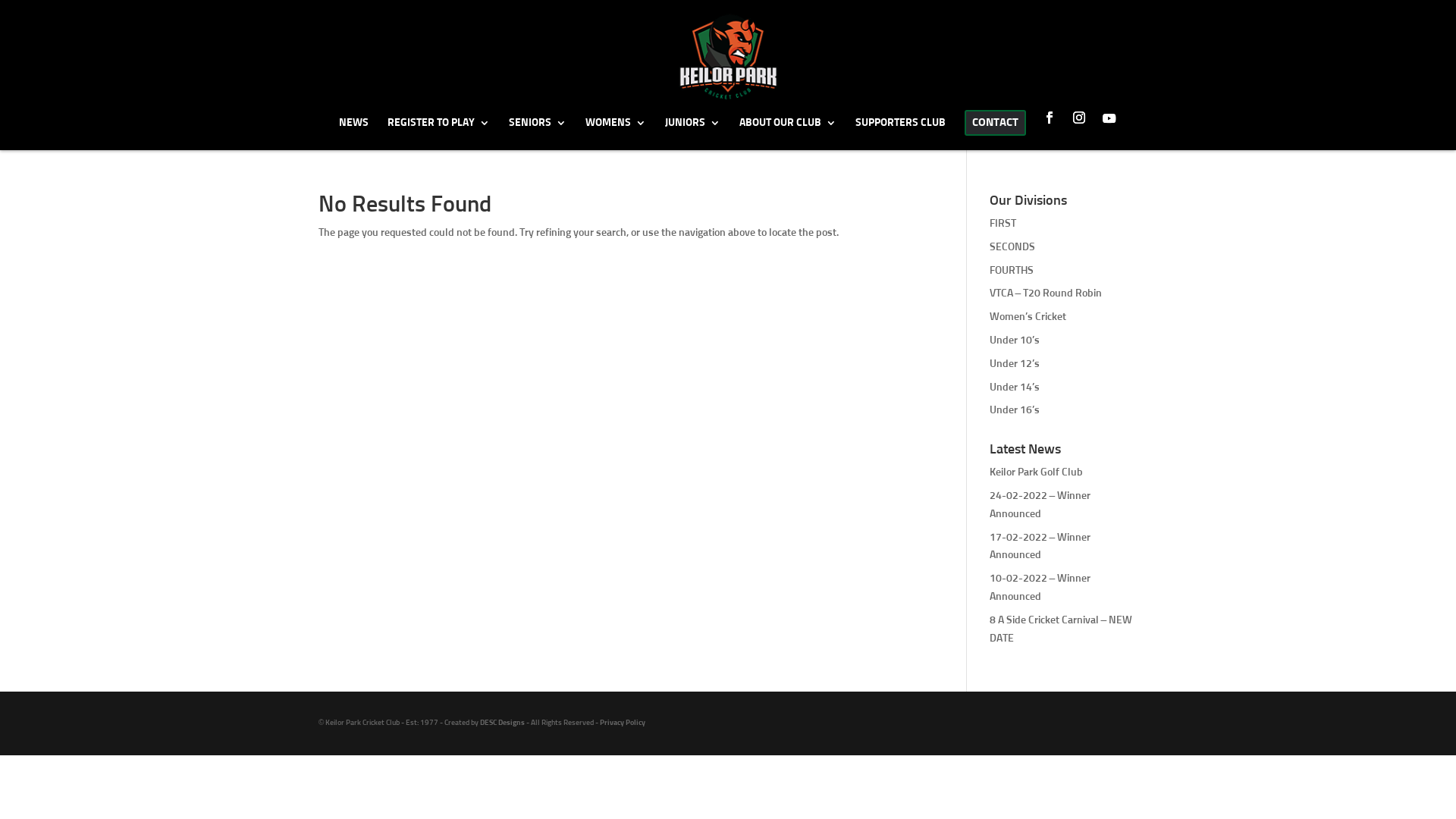 Image resolution: width=1456 pixels, height=819 pixels. What do you see at coordinates (537, 132) in the screenshot?
I see `'SENIORS'` at bounding box center [537, 132].